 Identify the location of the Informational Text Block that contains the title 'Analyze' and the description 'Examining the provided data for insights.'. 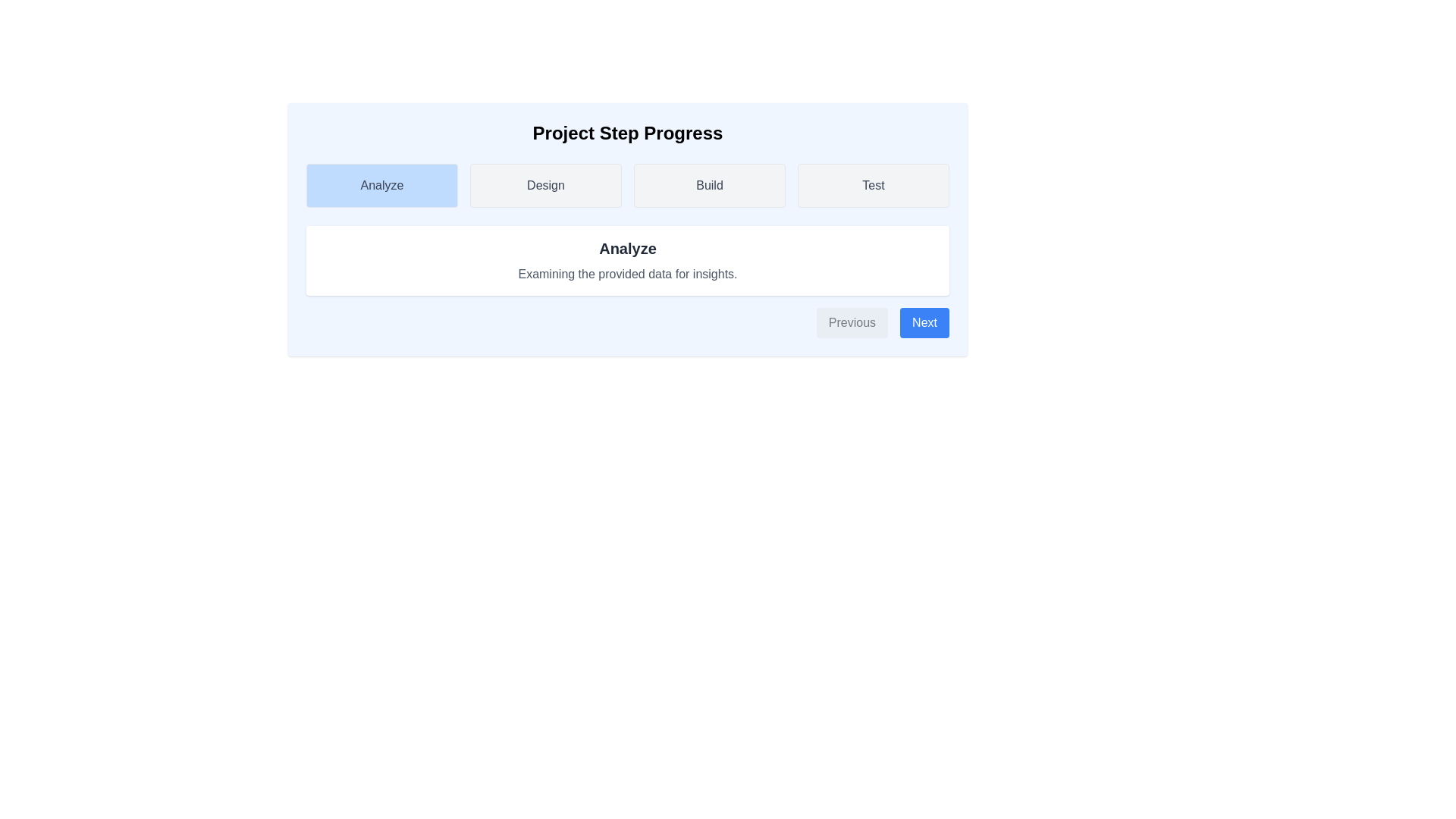
(628, 259).